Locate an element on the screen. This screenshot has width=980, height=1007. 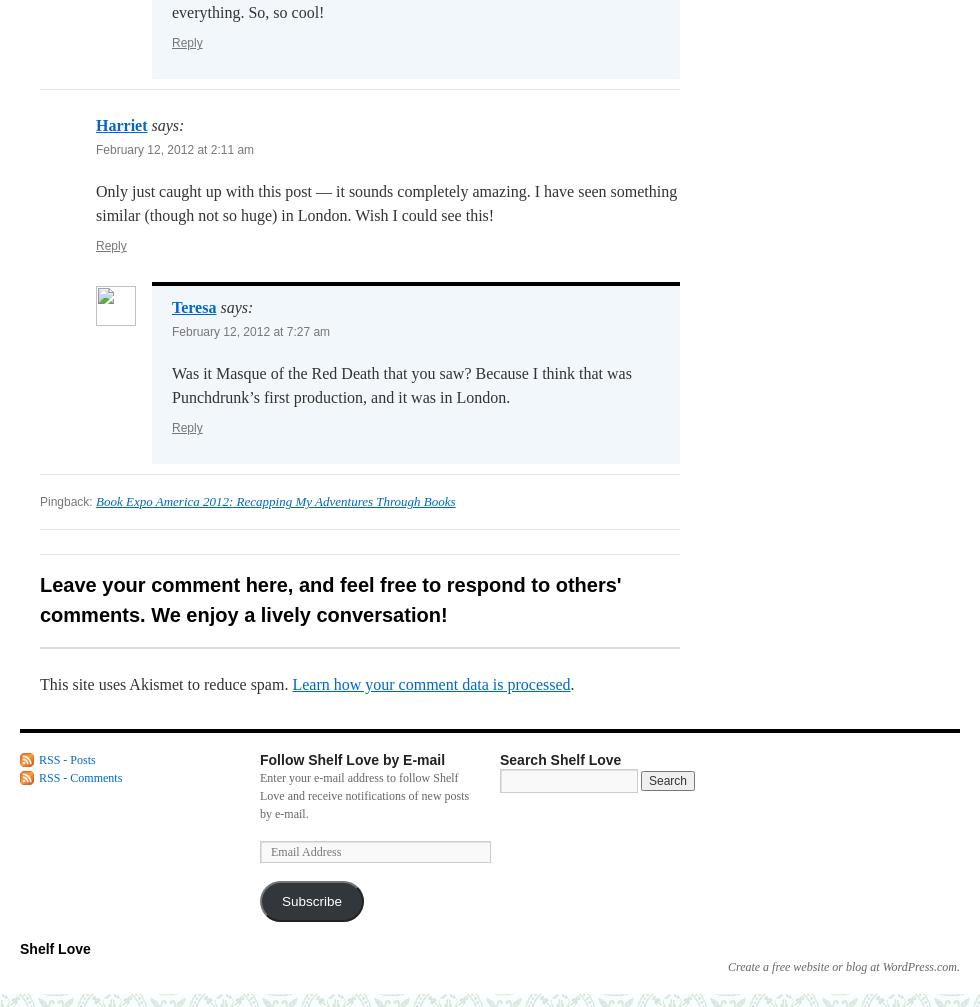
'February 12, 2012 at 2:11 am' is located at coordinates (175, 150).